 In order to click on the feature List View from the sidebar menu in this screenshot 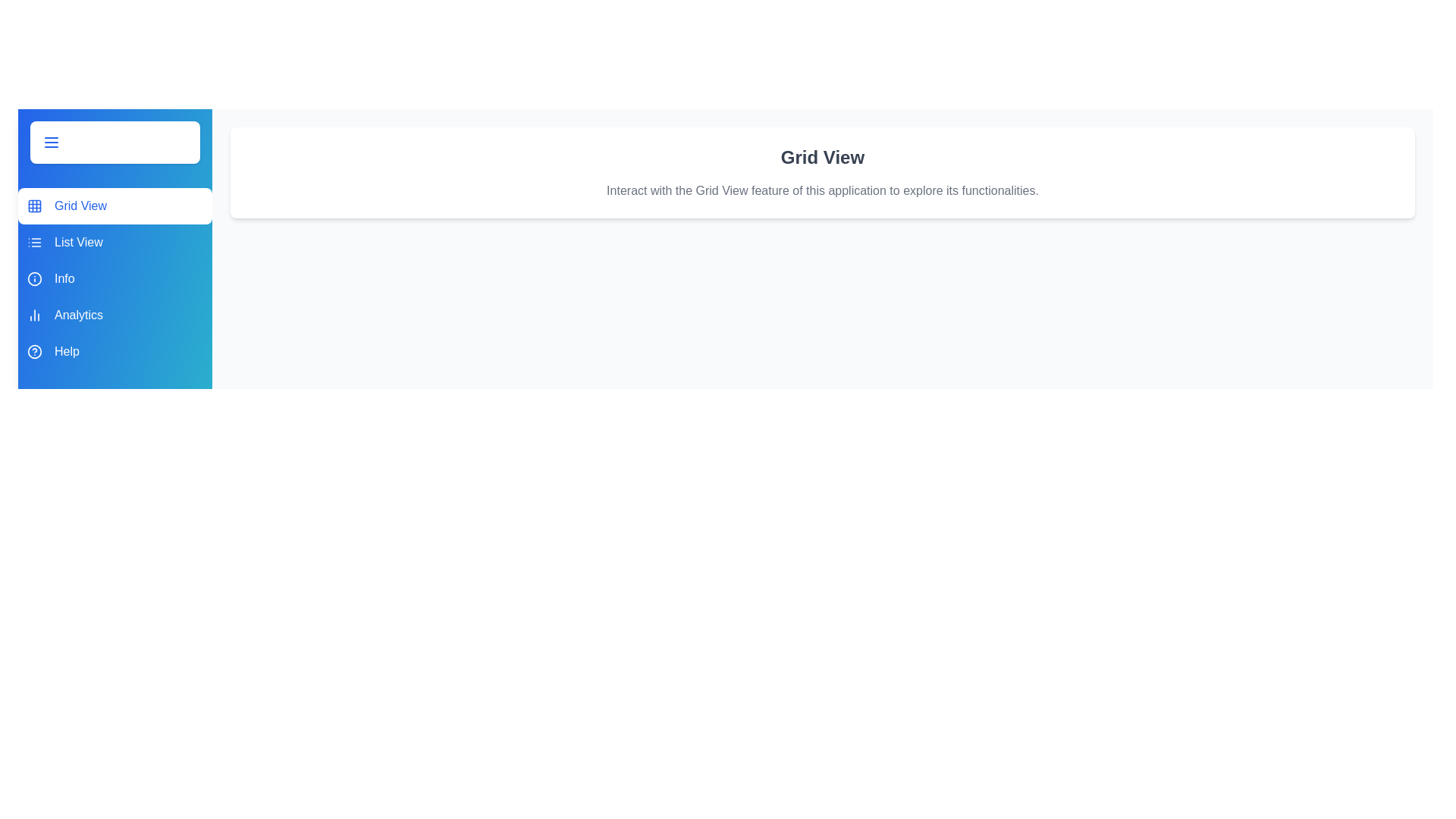, I will do `click(115, 242)`.